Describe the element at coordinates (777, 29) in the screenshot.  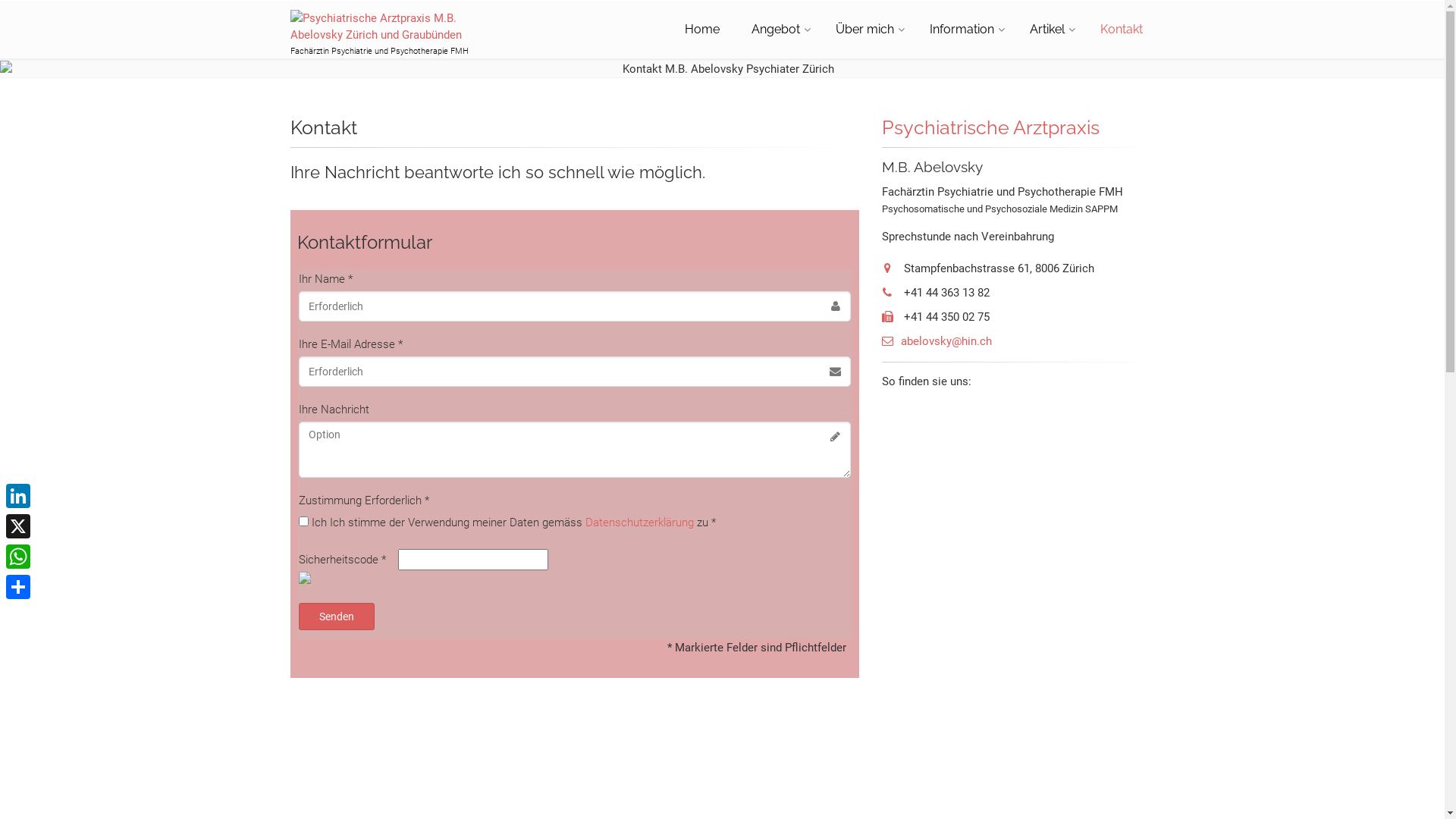
I see `'Angebot'` at that location.